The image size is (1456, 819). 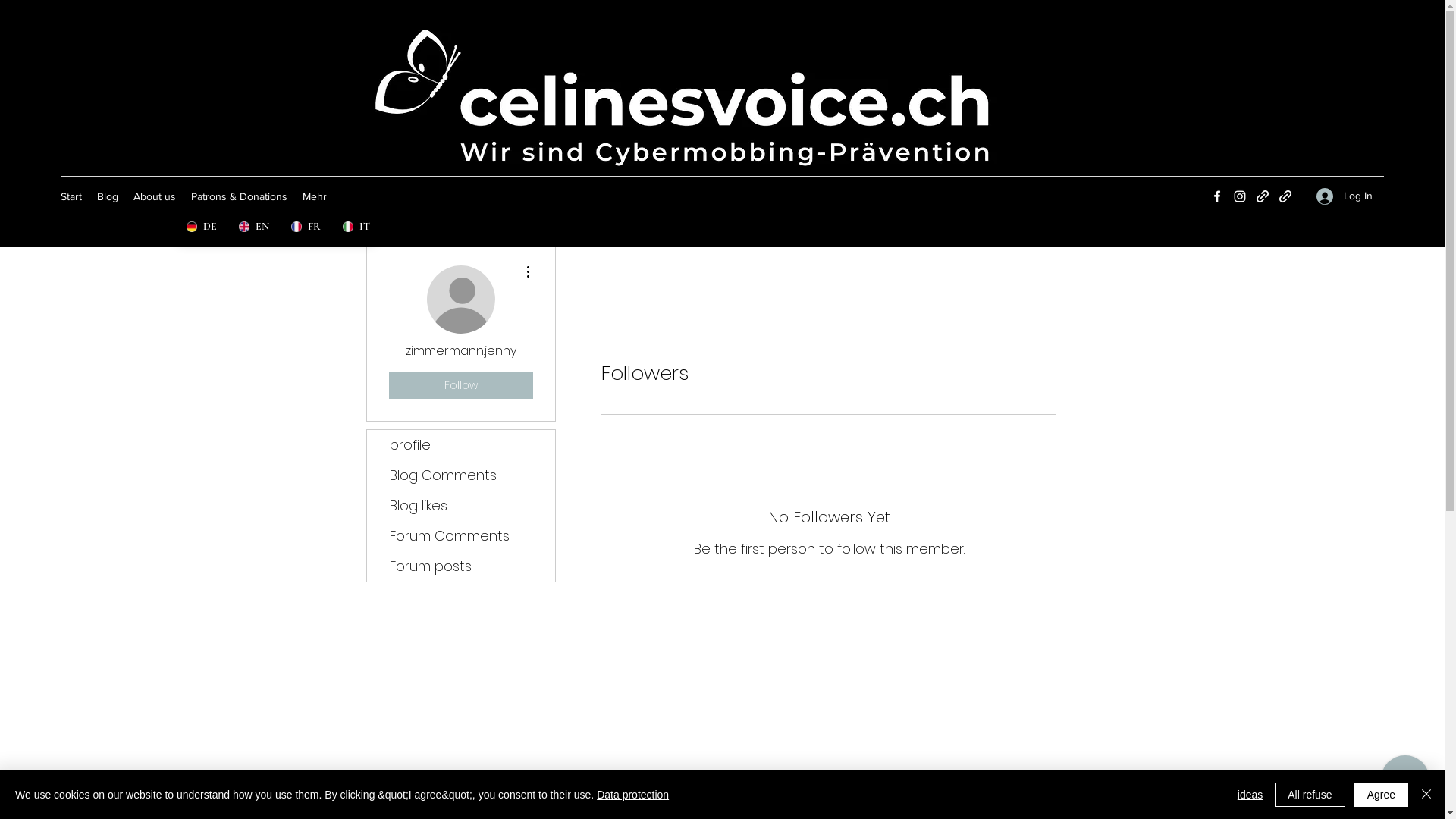 I want to click on 'Forum posts', so click(x=460, y=566).